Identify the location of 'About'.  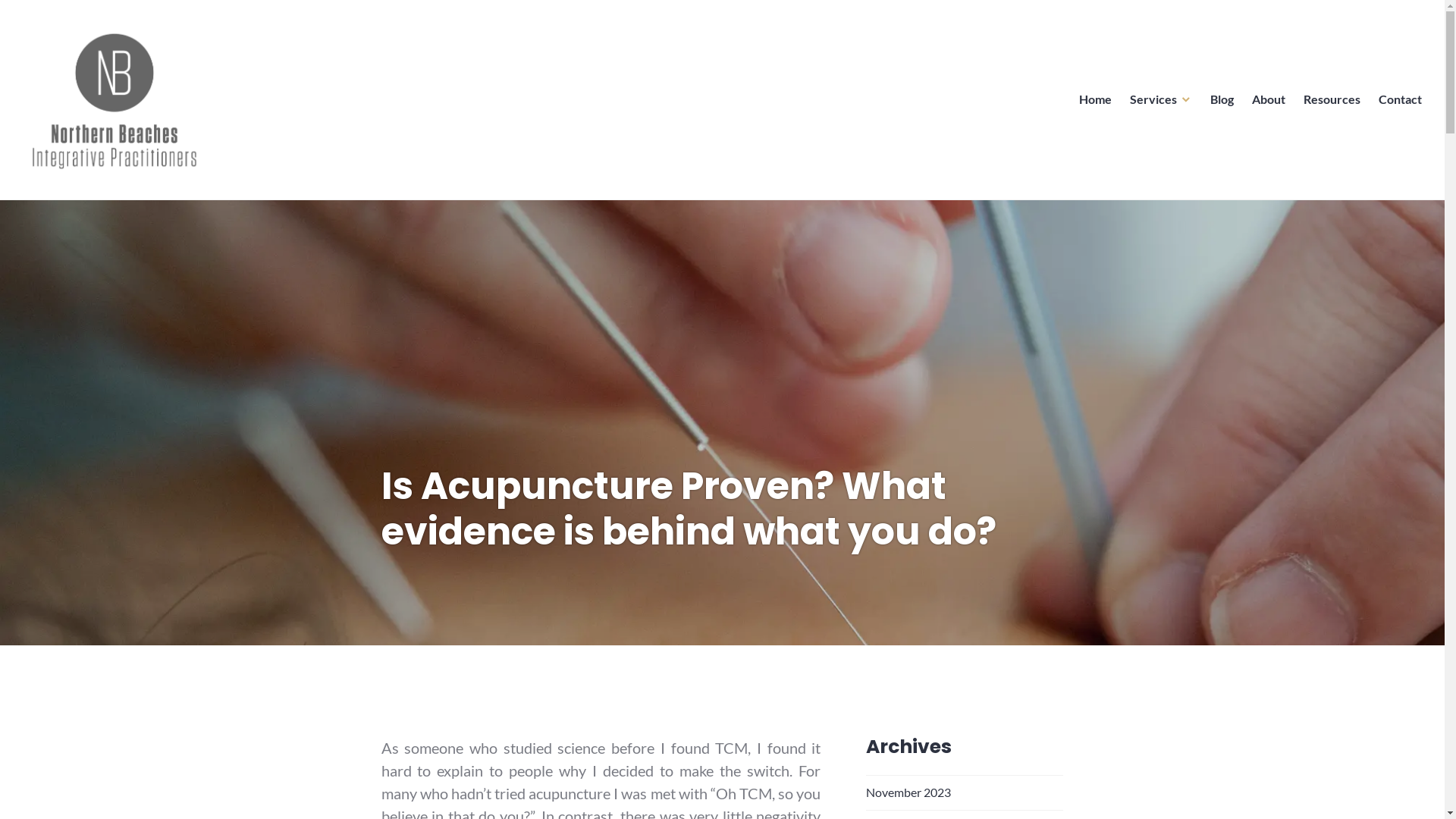
(1252, 99).